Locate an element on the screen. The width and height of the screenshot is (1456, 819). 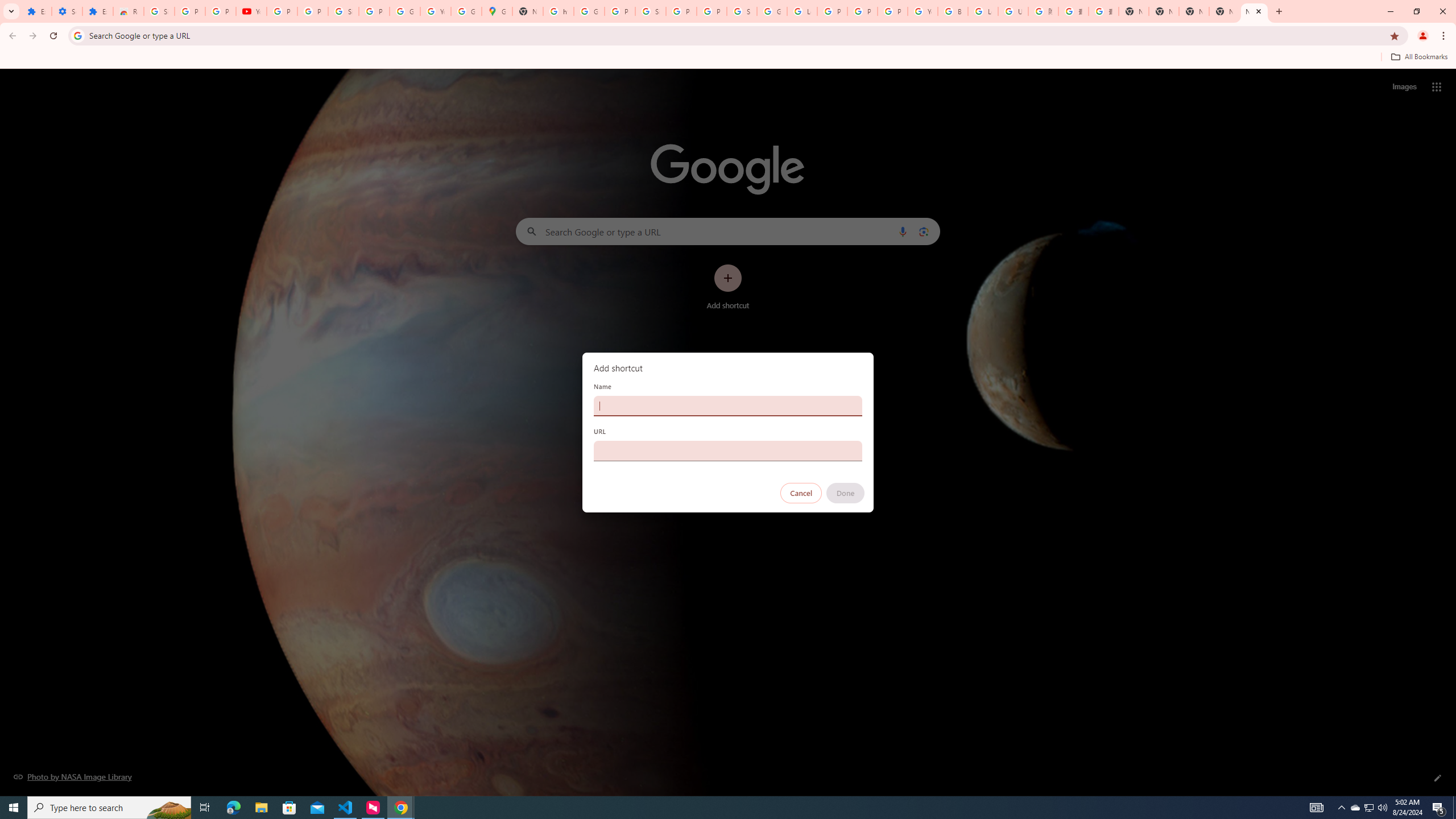
'Cancel' is located at coordinates (801, 493).